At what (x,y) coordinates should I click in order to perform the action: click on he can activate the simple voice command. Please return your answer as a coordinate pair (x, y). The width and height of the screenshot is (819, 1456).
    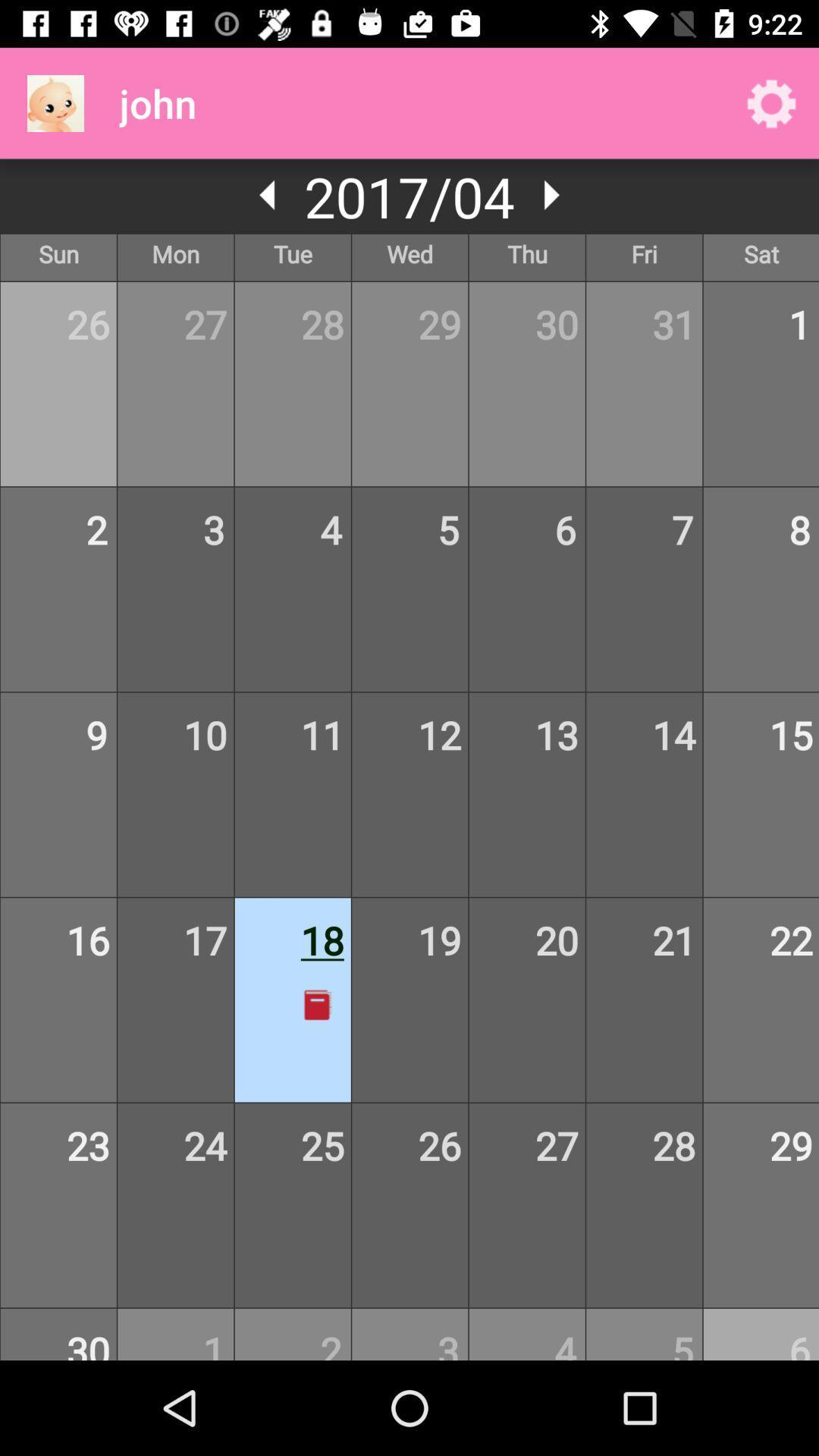
    Looking at the image, I should click on (268, 194).